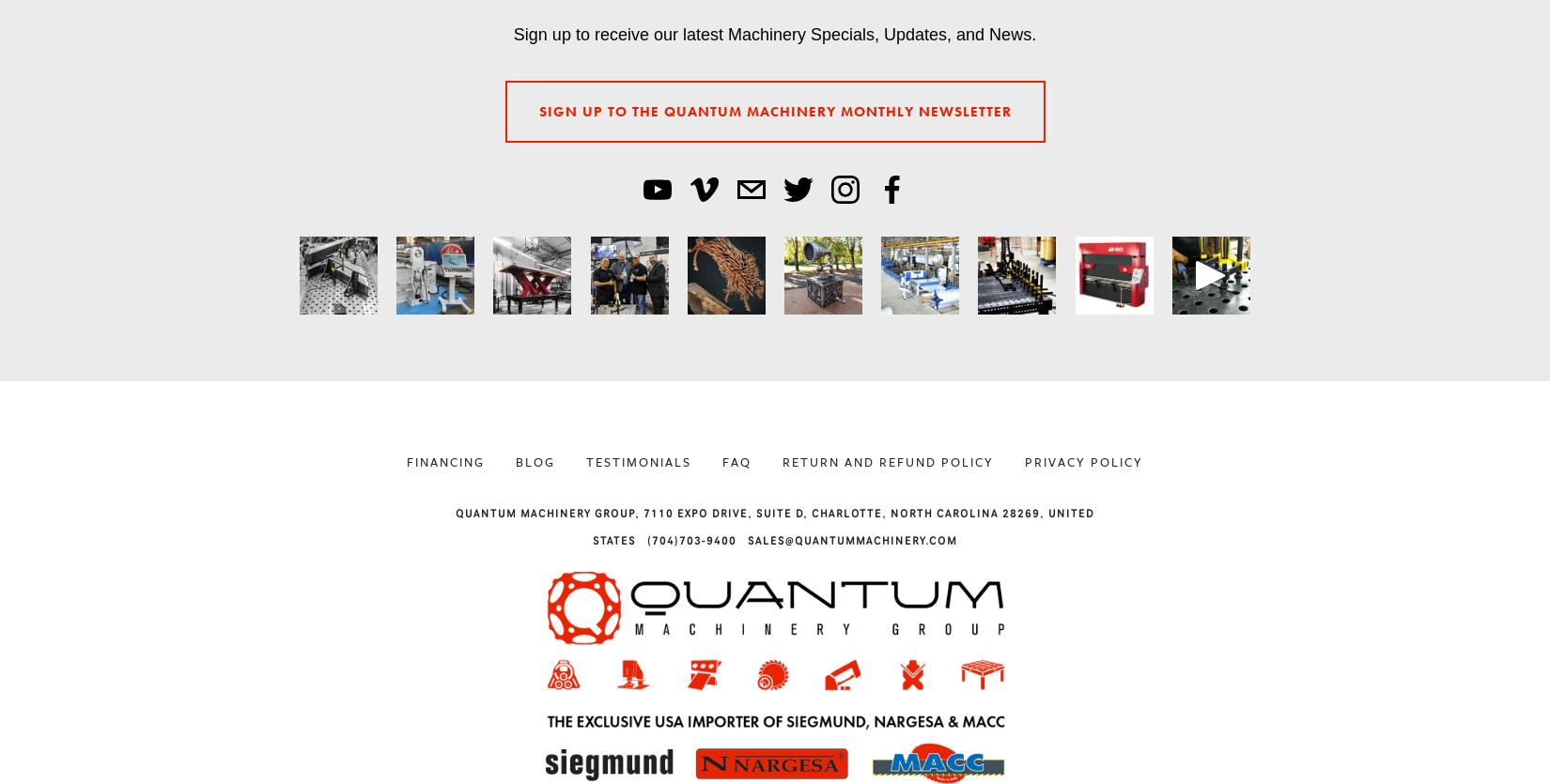  I want to click on 'Privacy Policy', so click(1084, 460).